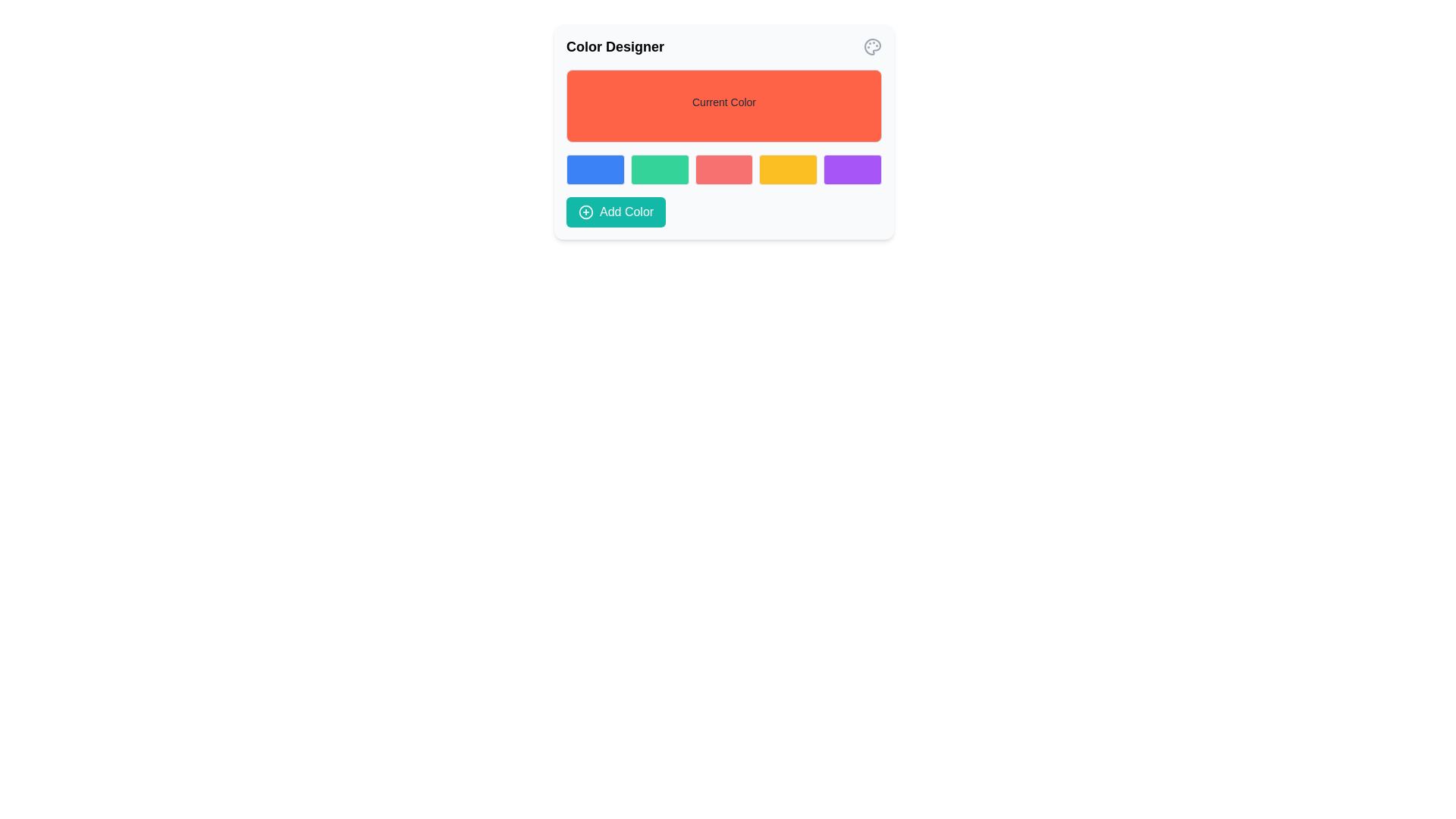 The height and width of the screenshot is (819, 1456). What do you see at coordinates (585, 212) in the screenshot?
I see `the circular icon component centered within the 'Add Color' button at the bottom left of the 'Color Designer' card` at bounding box center [585, 212].